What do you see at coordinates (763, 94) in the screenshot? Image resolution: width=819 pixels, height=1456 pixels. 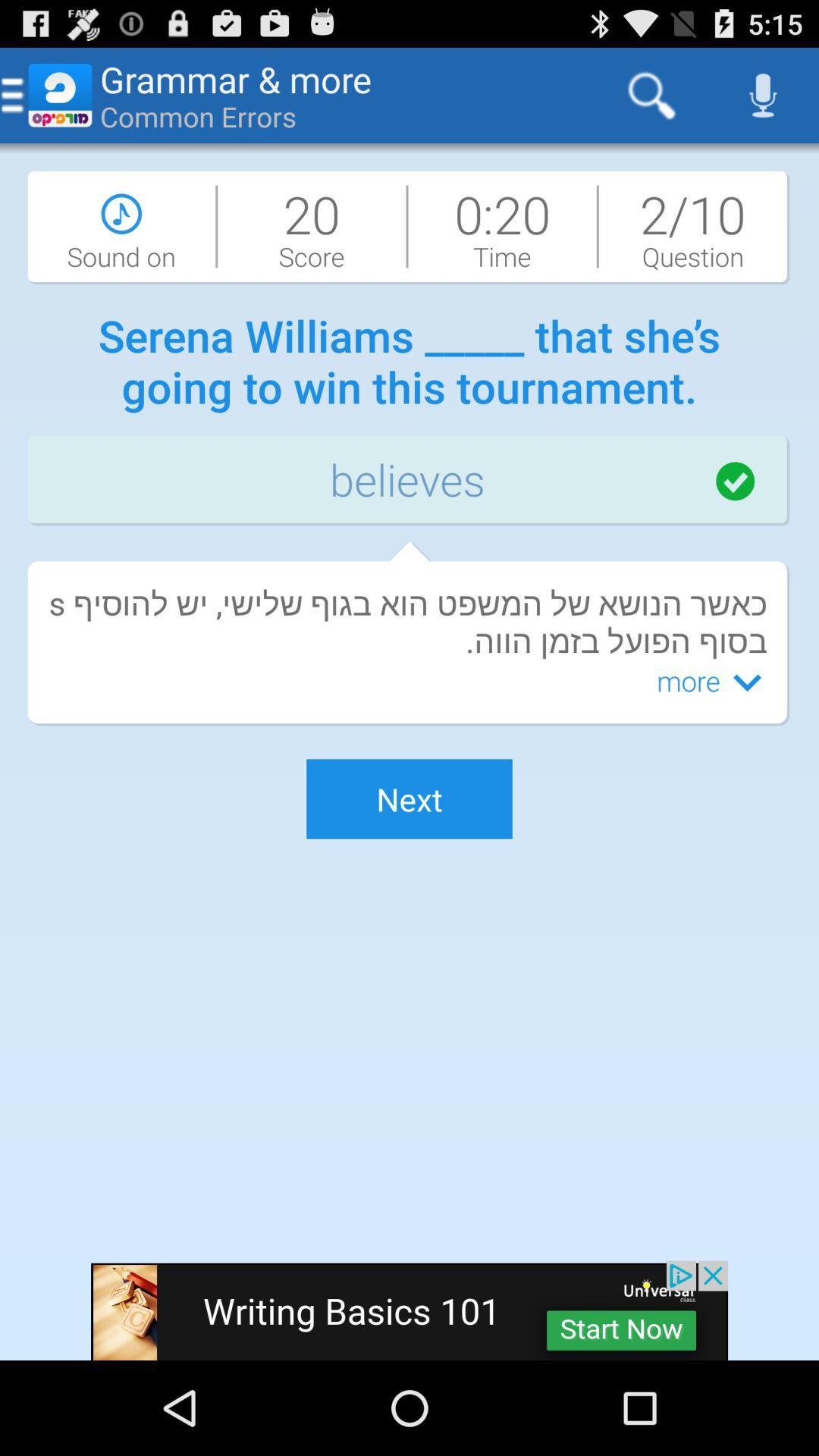 I see `the mike` at bounding box center [763, 94].